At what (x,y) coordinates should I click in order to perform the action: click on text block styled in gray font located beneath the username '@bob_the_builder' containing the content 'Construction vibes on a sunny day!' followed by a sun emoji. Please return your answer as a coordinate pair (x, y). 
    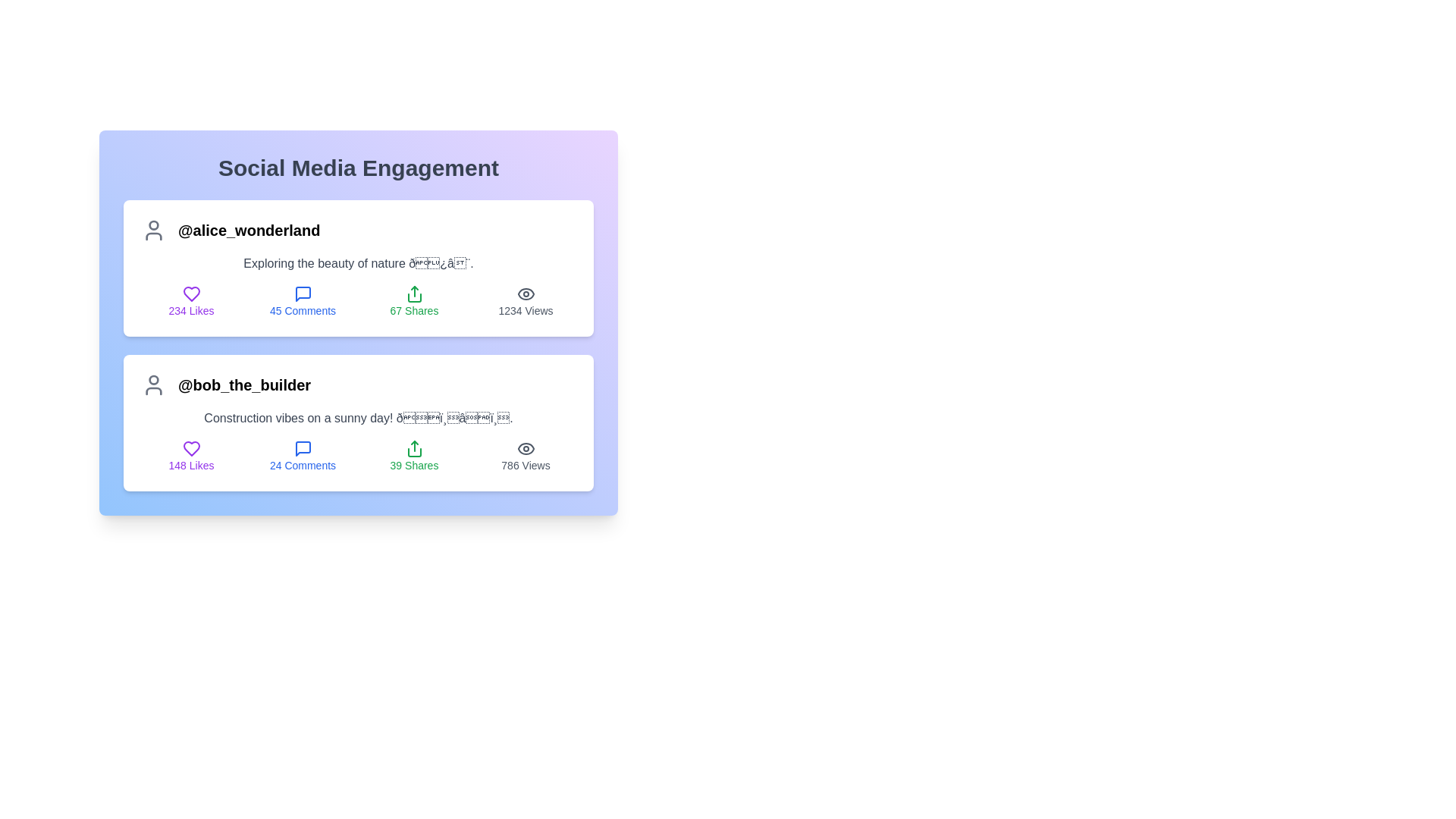
    Looking at the image, I should click on (358, 418).